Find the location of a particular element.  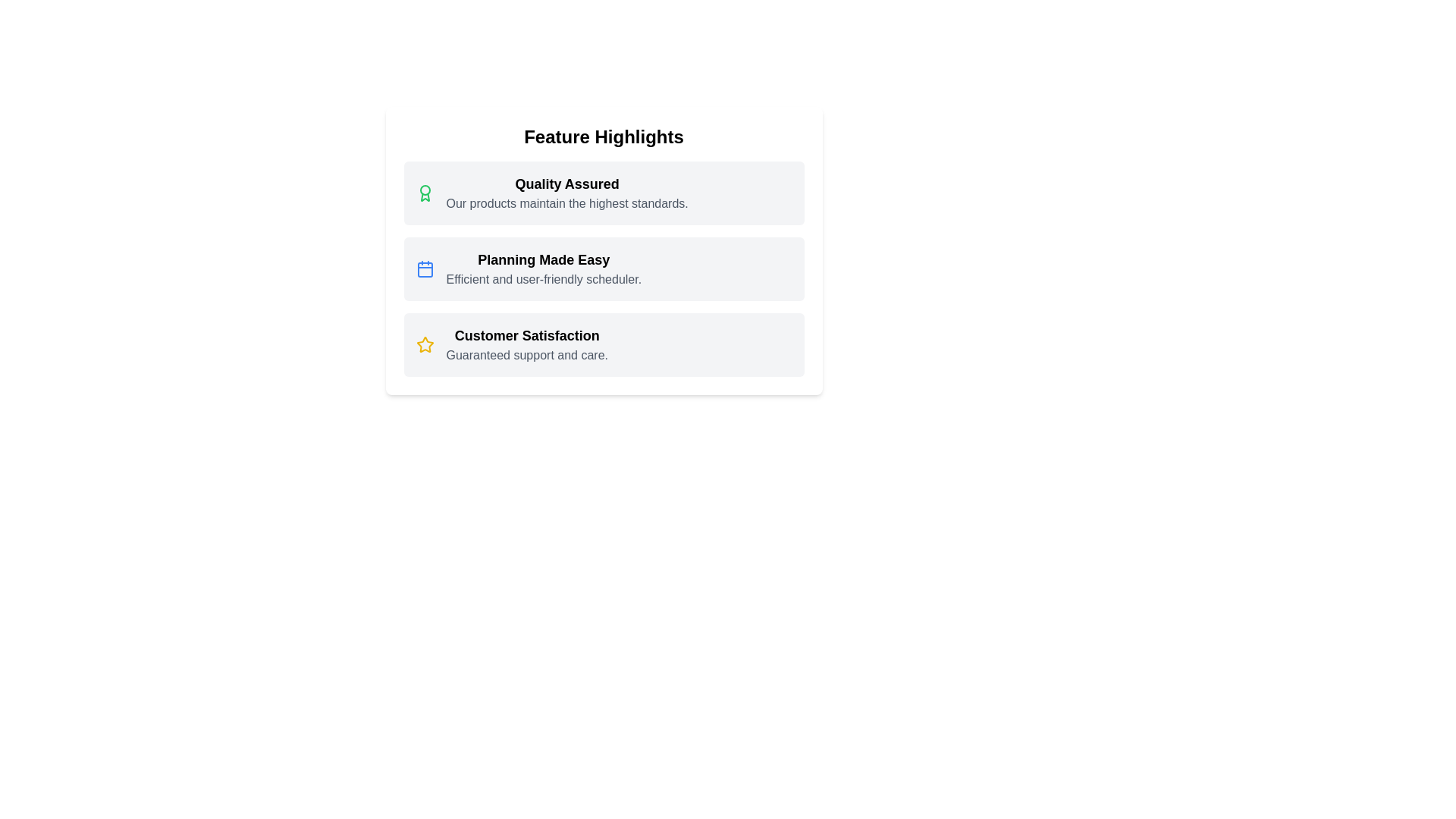

the yellow star icon located to the left of the 'Customer Satisfaction' heading in the third row of the 'Feature Highlights' list is located at coordinates (425, 345).